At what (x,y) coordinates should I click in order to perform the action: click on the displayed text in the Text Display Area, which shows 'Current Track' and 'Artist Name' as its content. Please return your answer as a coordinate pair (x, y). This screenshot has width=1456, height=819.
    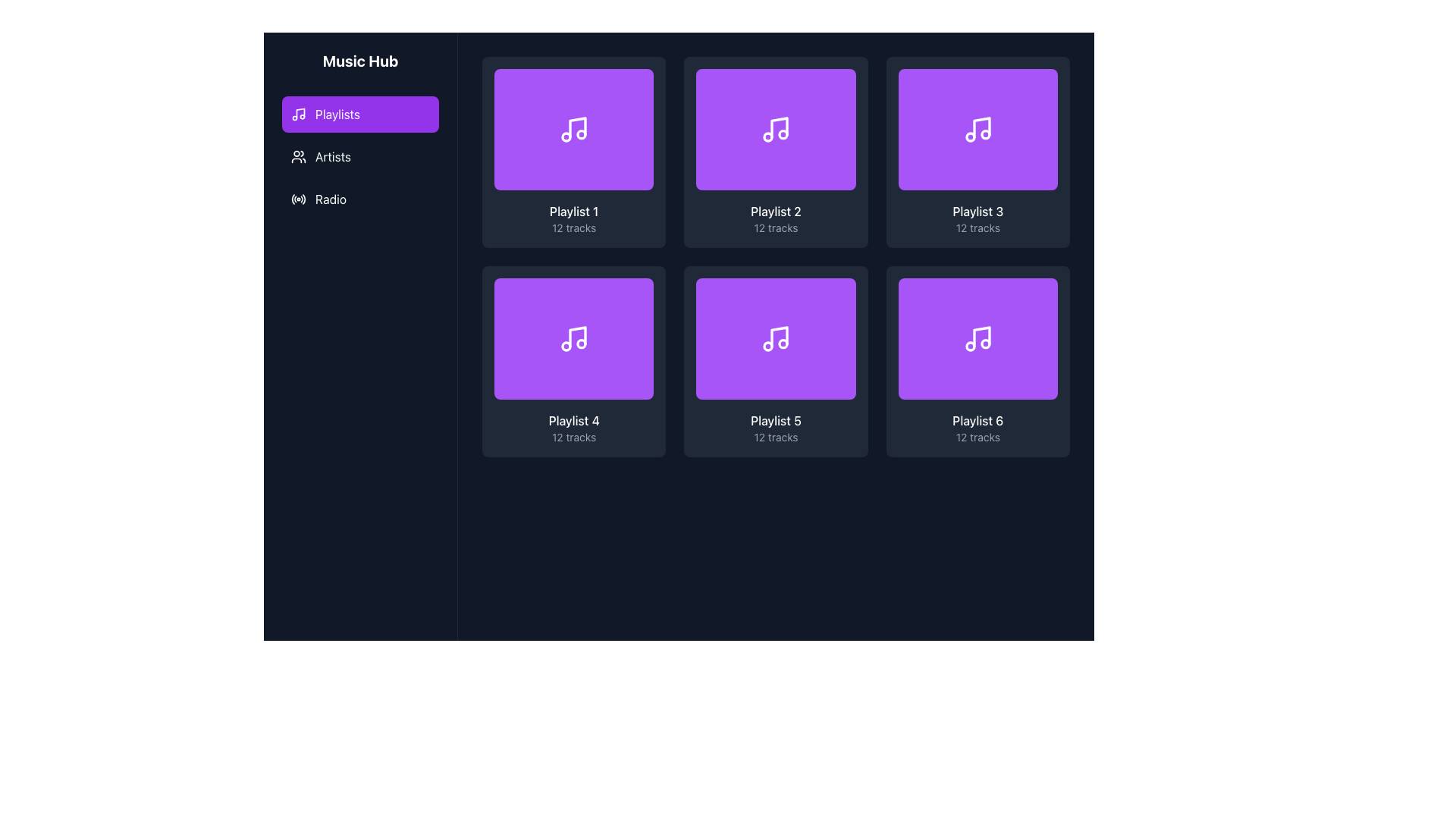
    Looking at the image, I should click on (325, 768).